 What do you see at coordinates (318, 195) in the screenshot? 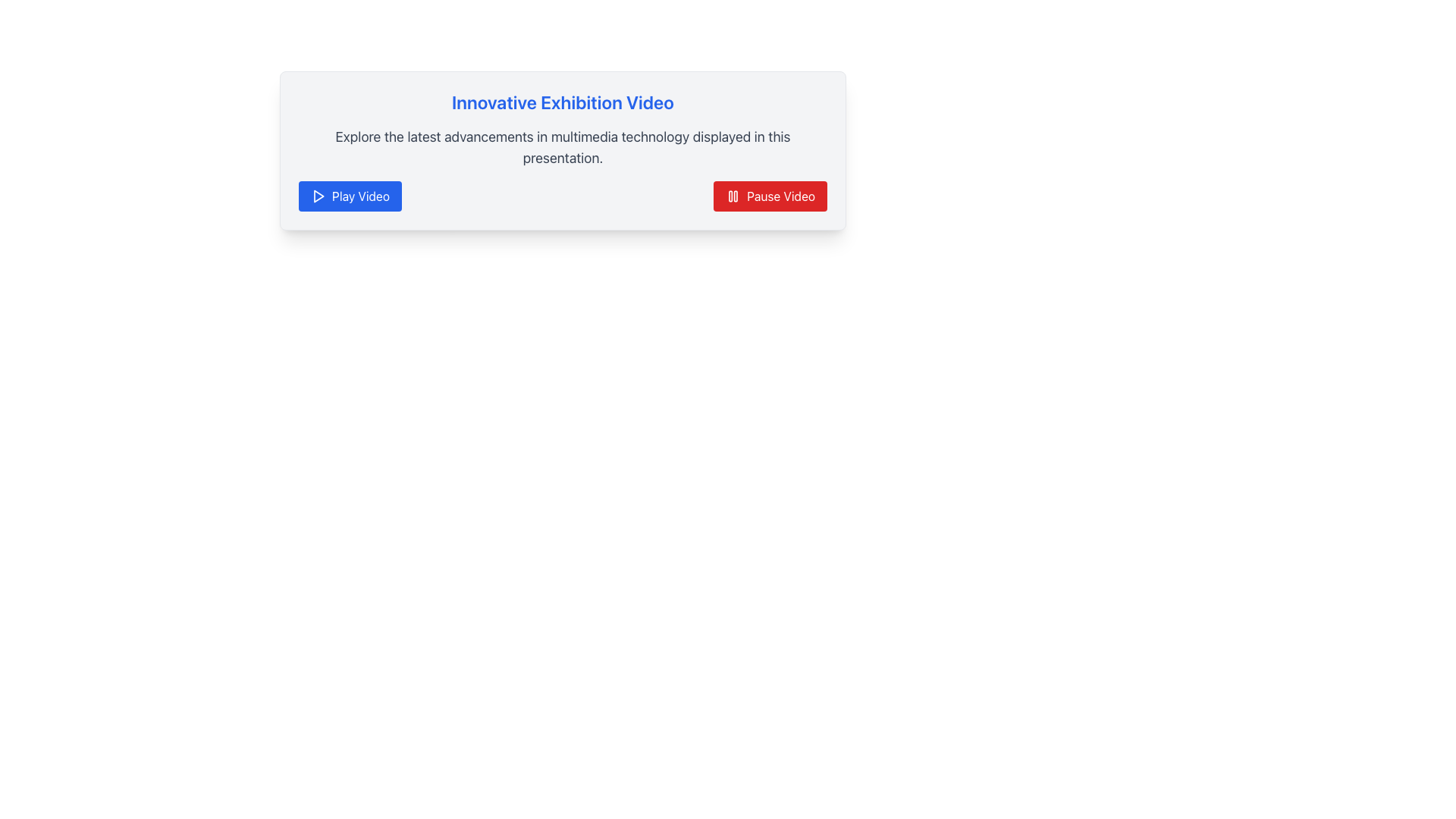
I see `the 'Play Video' button located below the heading 'Innovative Exhibition Video', which is represented by the leftmost icon indicating the play action` at bounding box center [318, 195].